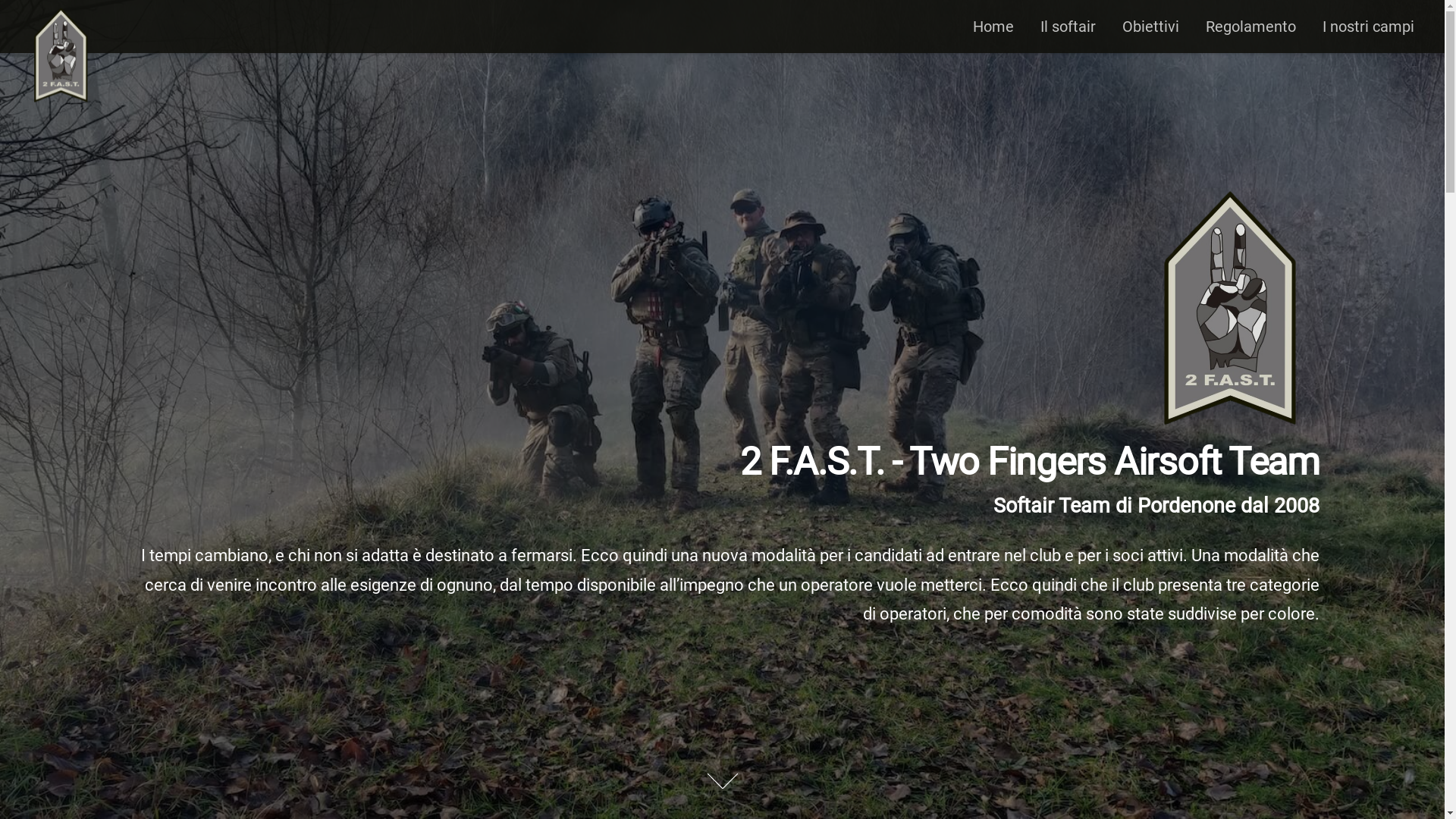  Describe the element at coordinates (993, 26) in the screenshot. I see `'Home'` at that location.